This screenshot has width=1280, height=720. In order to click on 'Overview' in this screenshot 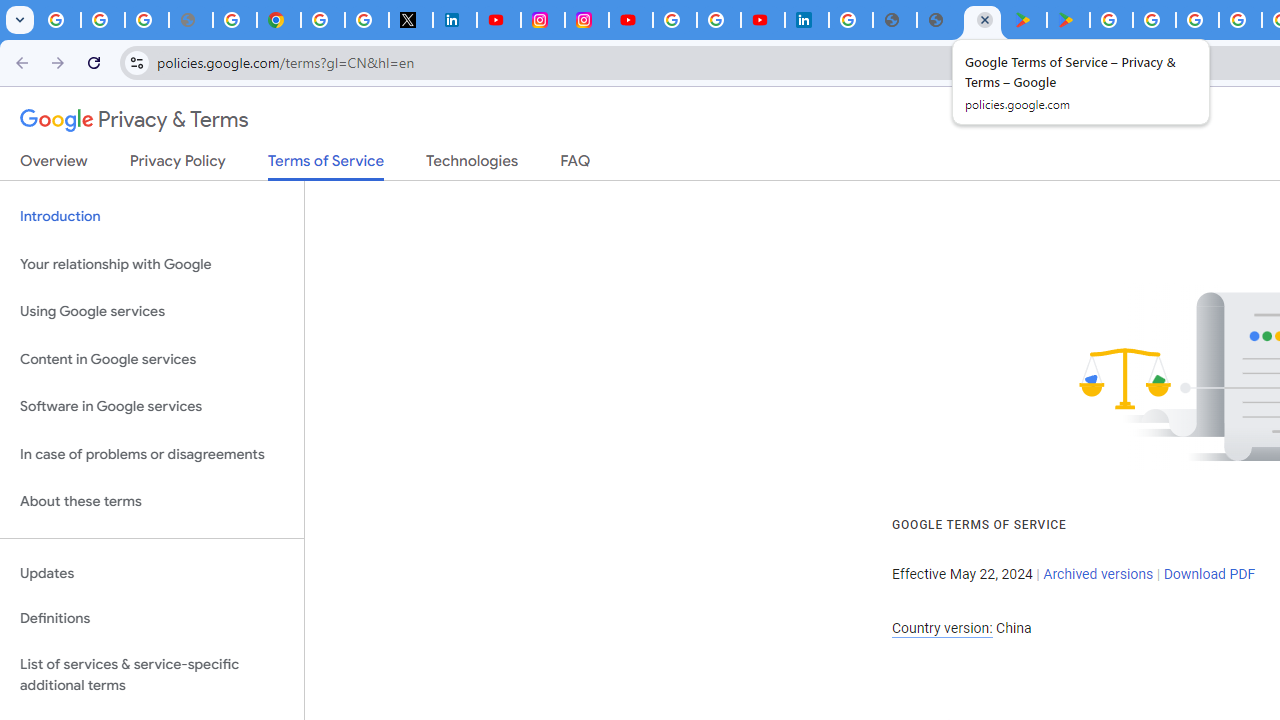, I will do `click(54, 164)`.